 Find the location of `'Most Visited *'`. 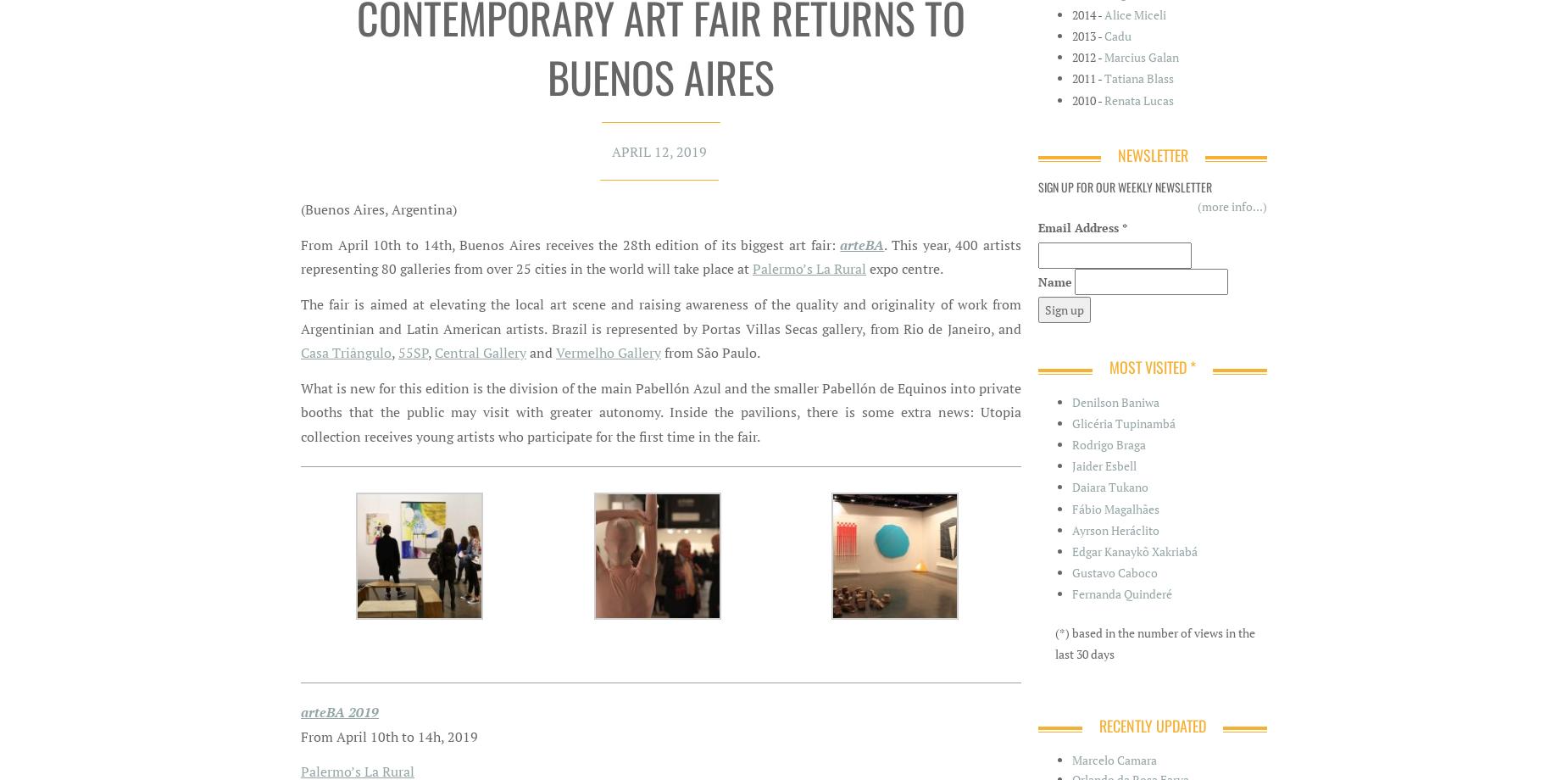

'Most Visited *' is located at coordinates (1151, 366).